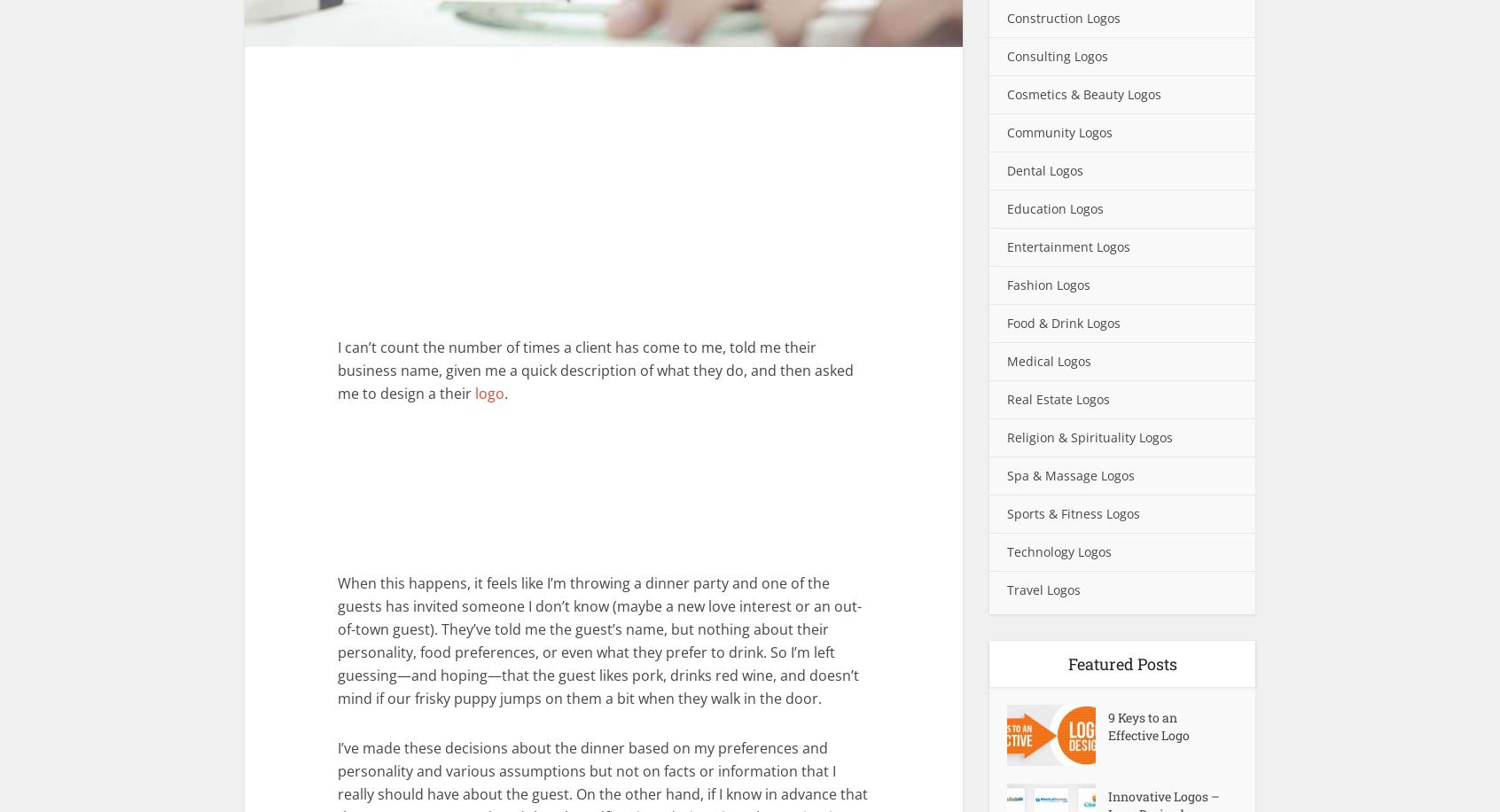  Describe the element at coordinates (1057, 55) in the screenshot. I see `'Consulting Logos'` at that location.